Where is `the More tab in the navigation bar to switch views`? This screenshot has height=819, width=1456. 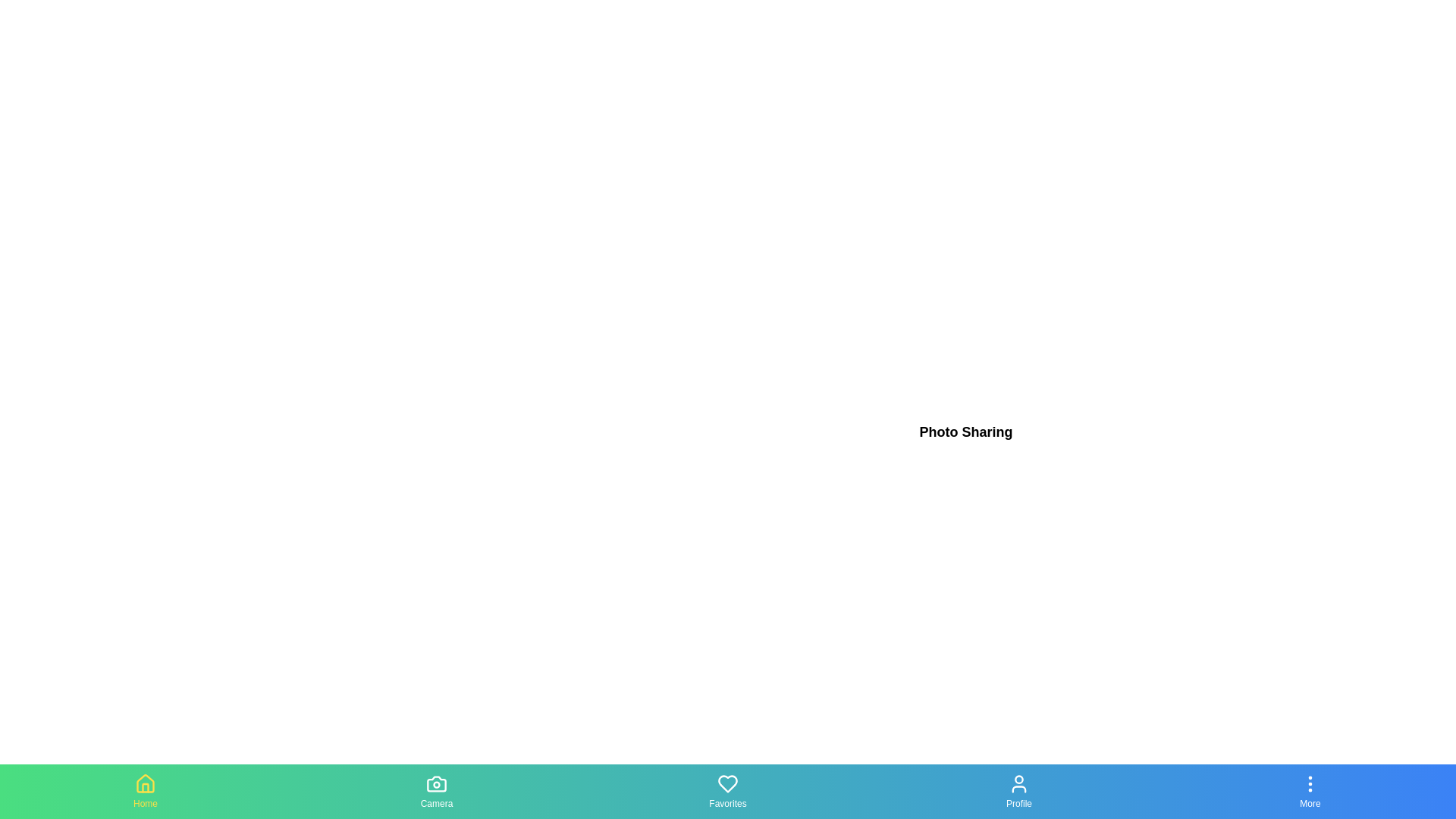
the More tab in the navigation bar to switch views is located at coordinates (1310, 791).